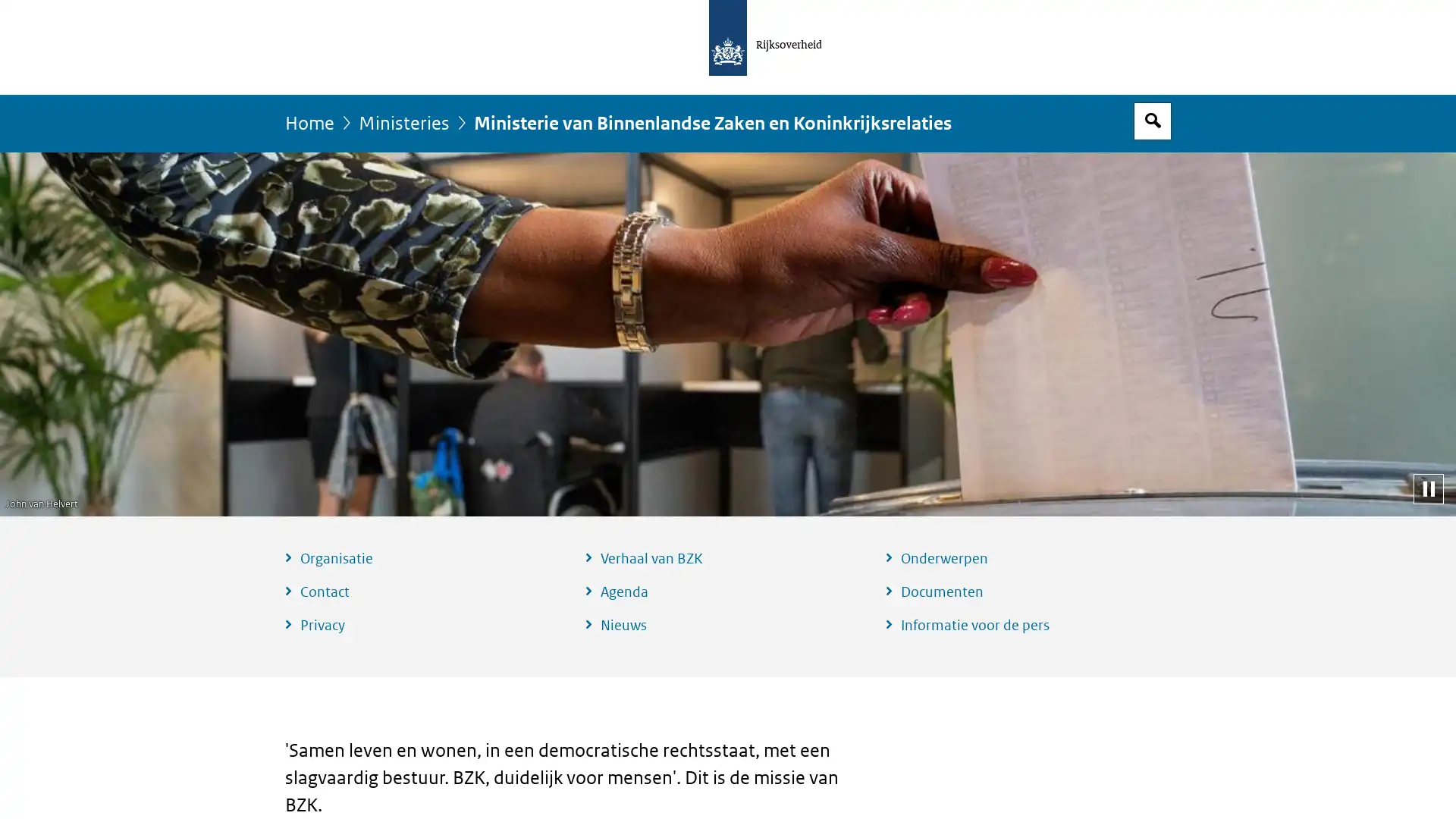 This screenshot has height=819, width=1456. Describe the element at coordinates (1427, 488) in the screenshot. I see `Pauzeer diashow` at that location.